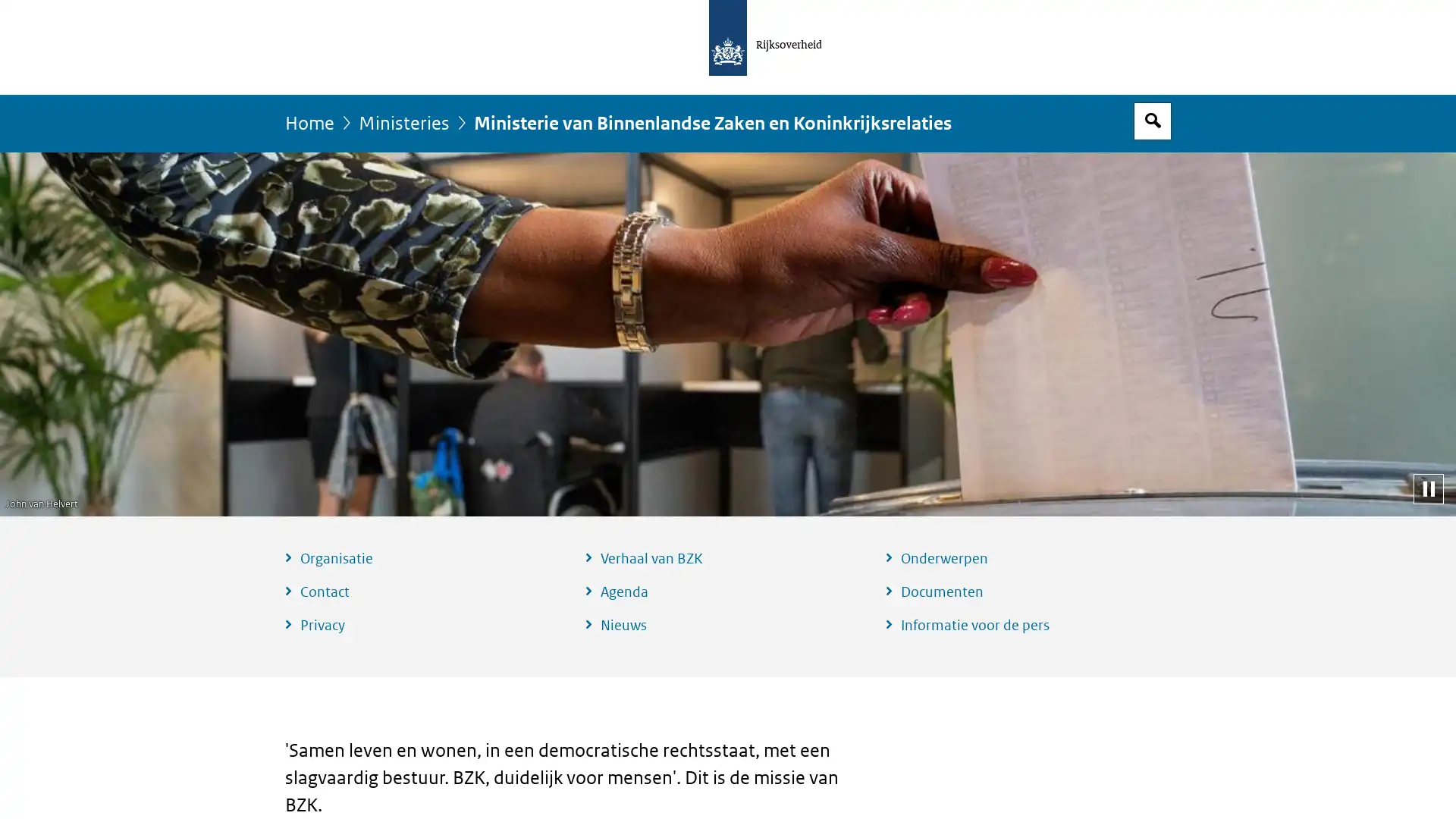 This screenshot has height=819, width=1456. Describe the element at coordinates (1427, 488) in the screenshot. I see `Pauzeer diashow` at that location.